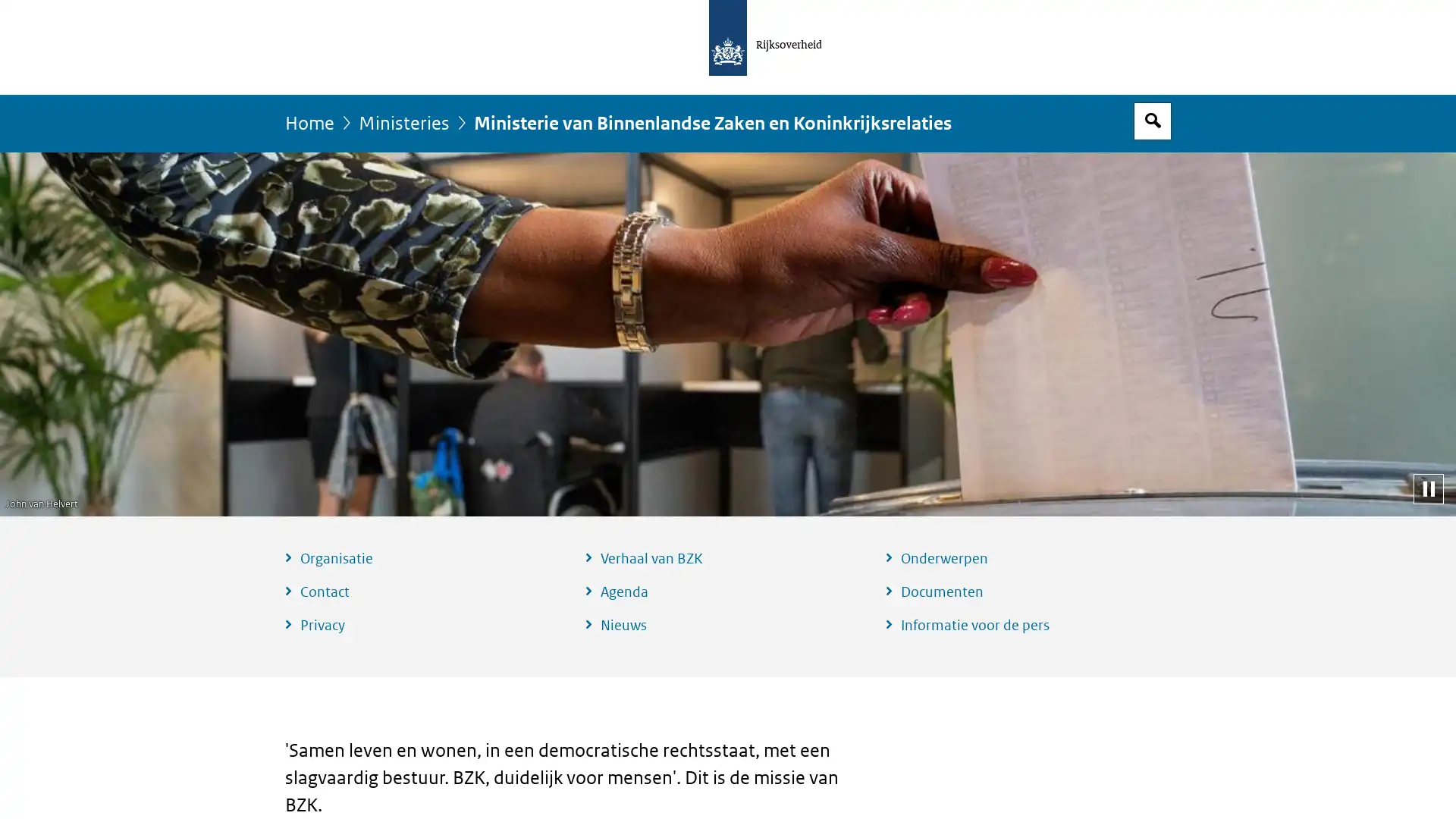 This screenshot has height=819, width=1456. Describe the element at coordinates (1427, 488) in the screenshot. I see `Pauzeer diashow` at that location.